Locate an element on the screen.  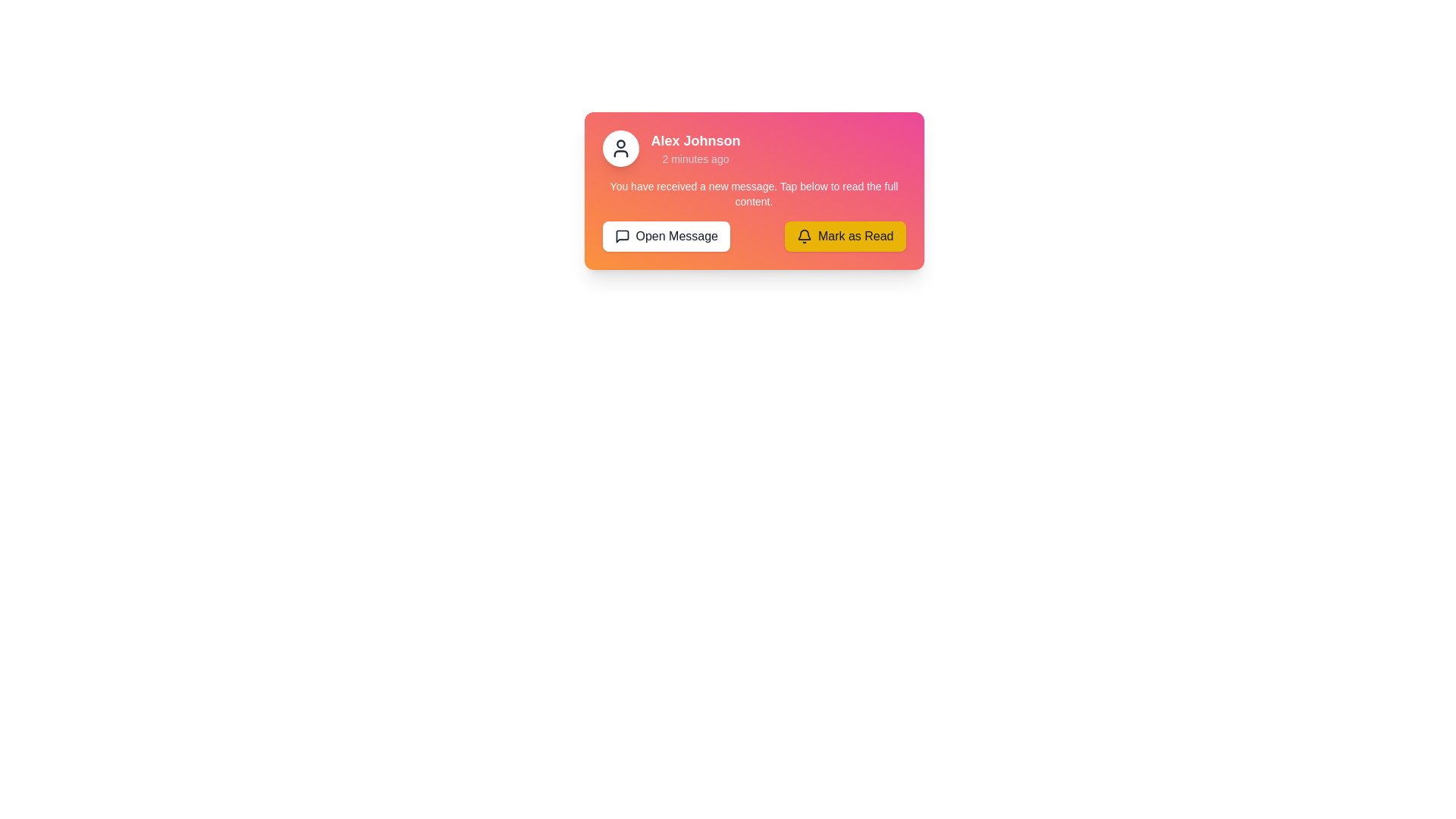
the timestamp text label that indicates when the message or notification was posted or received, positioned below the 'Alex Johnson' label within the notification card is located at coordinates (695, 158).